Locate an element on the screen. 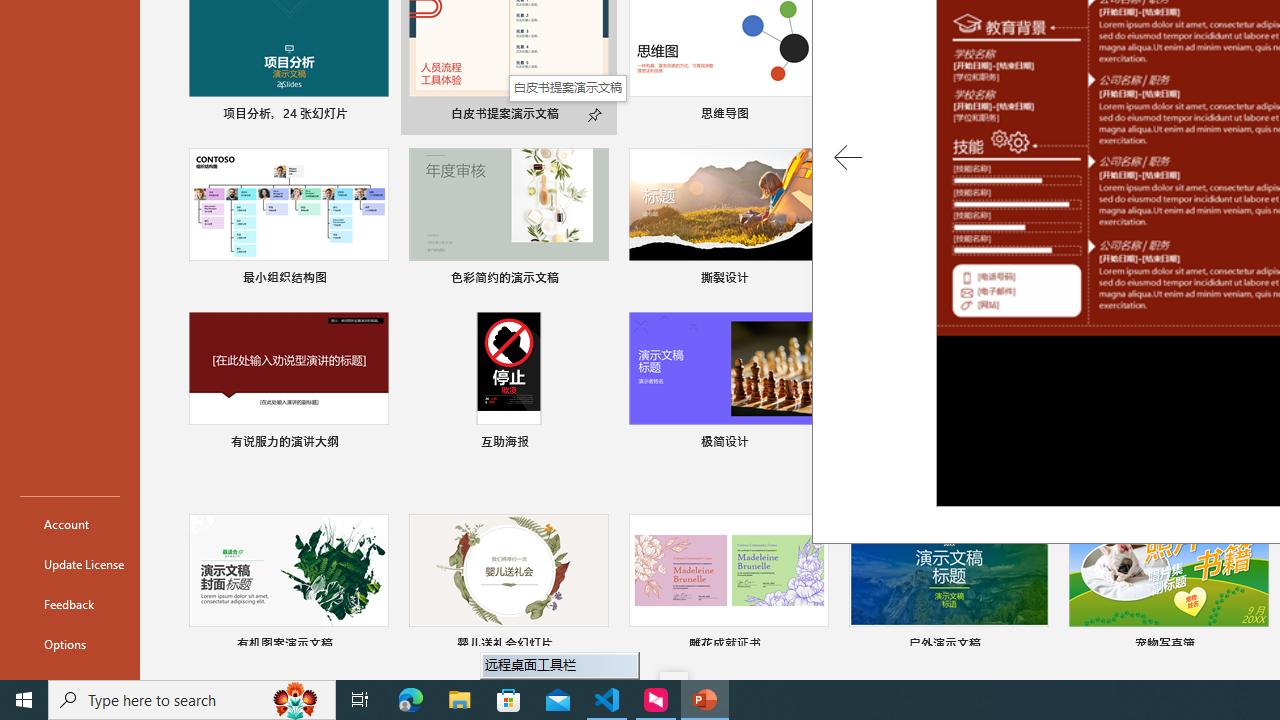 The image size is (1280, 720). 'Options' is located at coordinates (69, 644).